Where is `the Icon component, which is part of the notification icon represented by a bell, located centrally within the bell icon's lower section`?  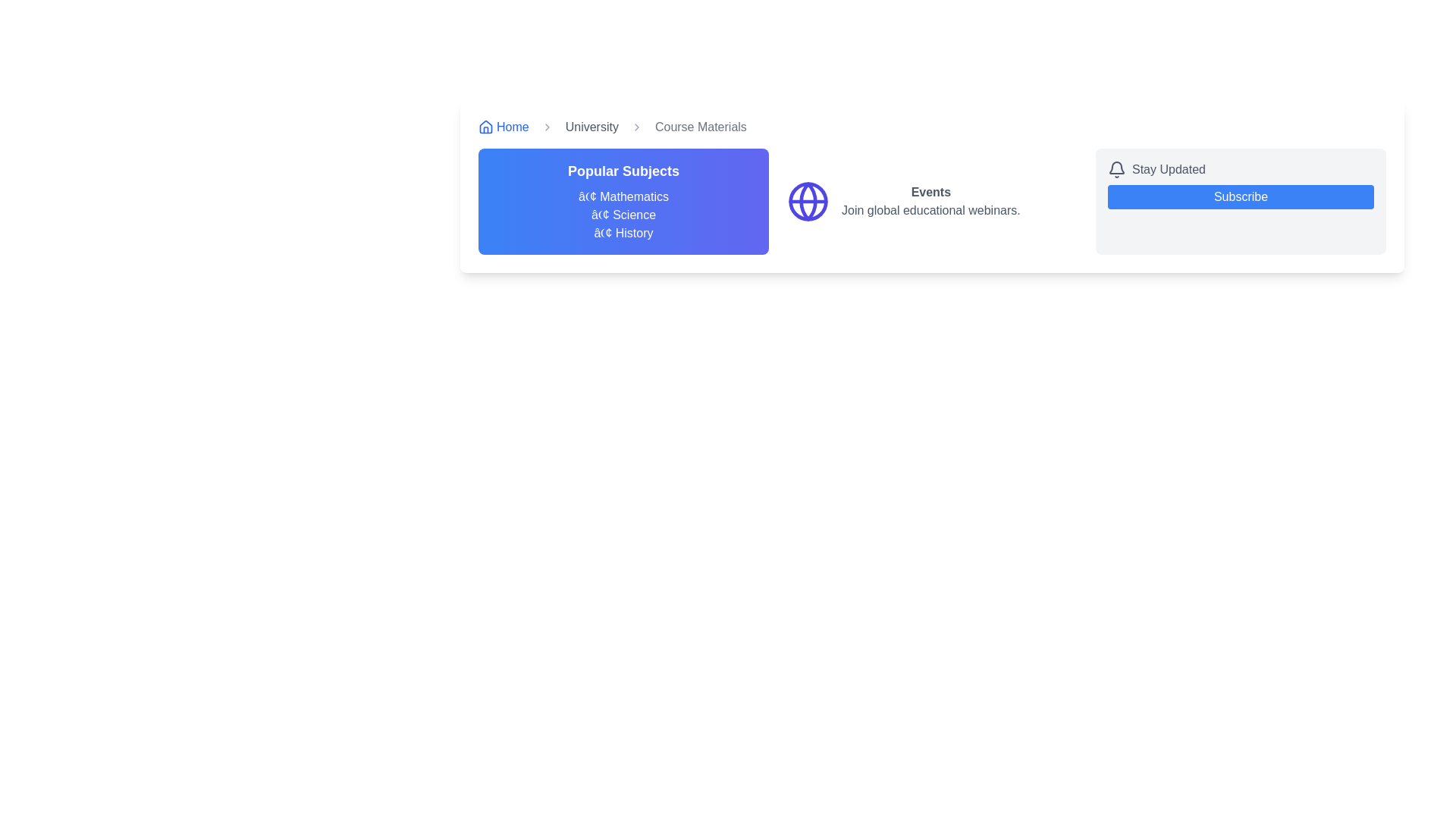
the Icon component, which is part of the notification icon represented by a bell, located centrally within the bell icon's lower section is located at coordinates (1117, 168).